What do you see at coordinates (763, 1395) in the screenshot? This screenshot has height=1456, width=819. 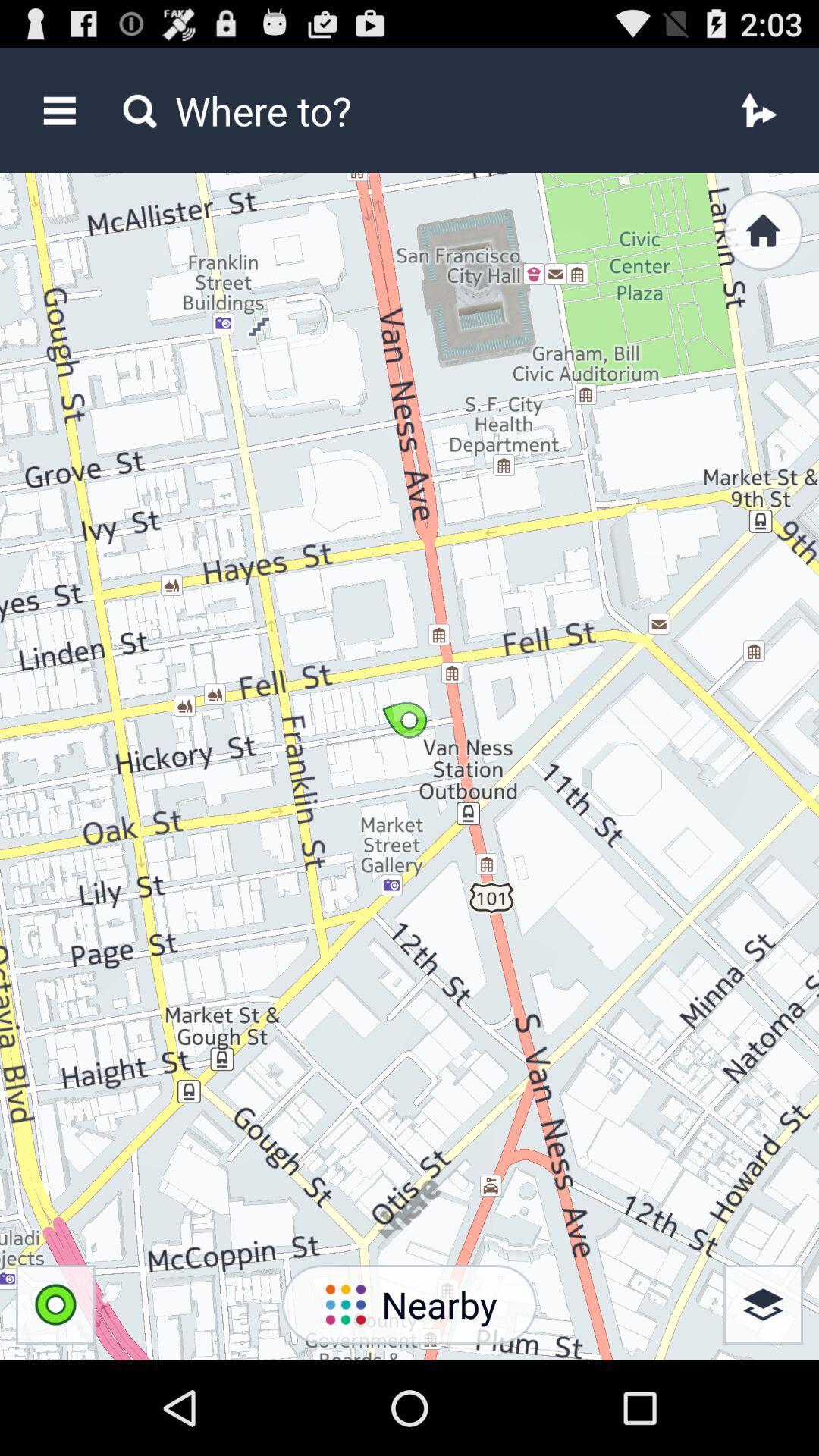 I see `the layers icon` at bounding box center [763, 1395].